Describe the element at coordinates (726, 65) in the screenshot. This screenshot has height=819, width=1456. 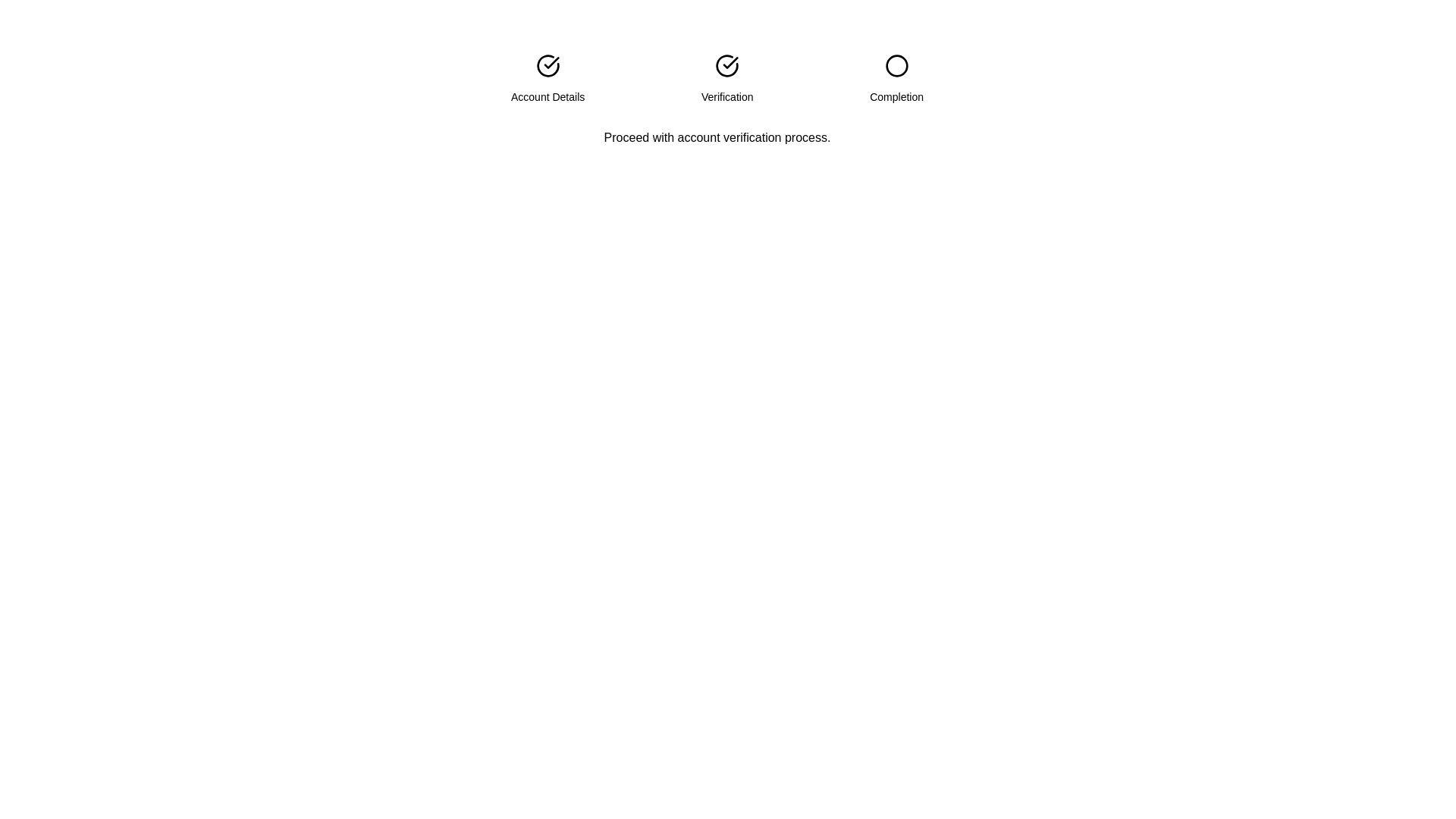
I see `the 'Verification' icon which is the second in a horizontal row of three icons, indicating the completion or progress of the verification step` at that location.